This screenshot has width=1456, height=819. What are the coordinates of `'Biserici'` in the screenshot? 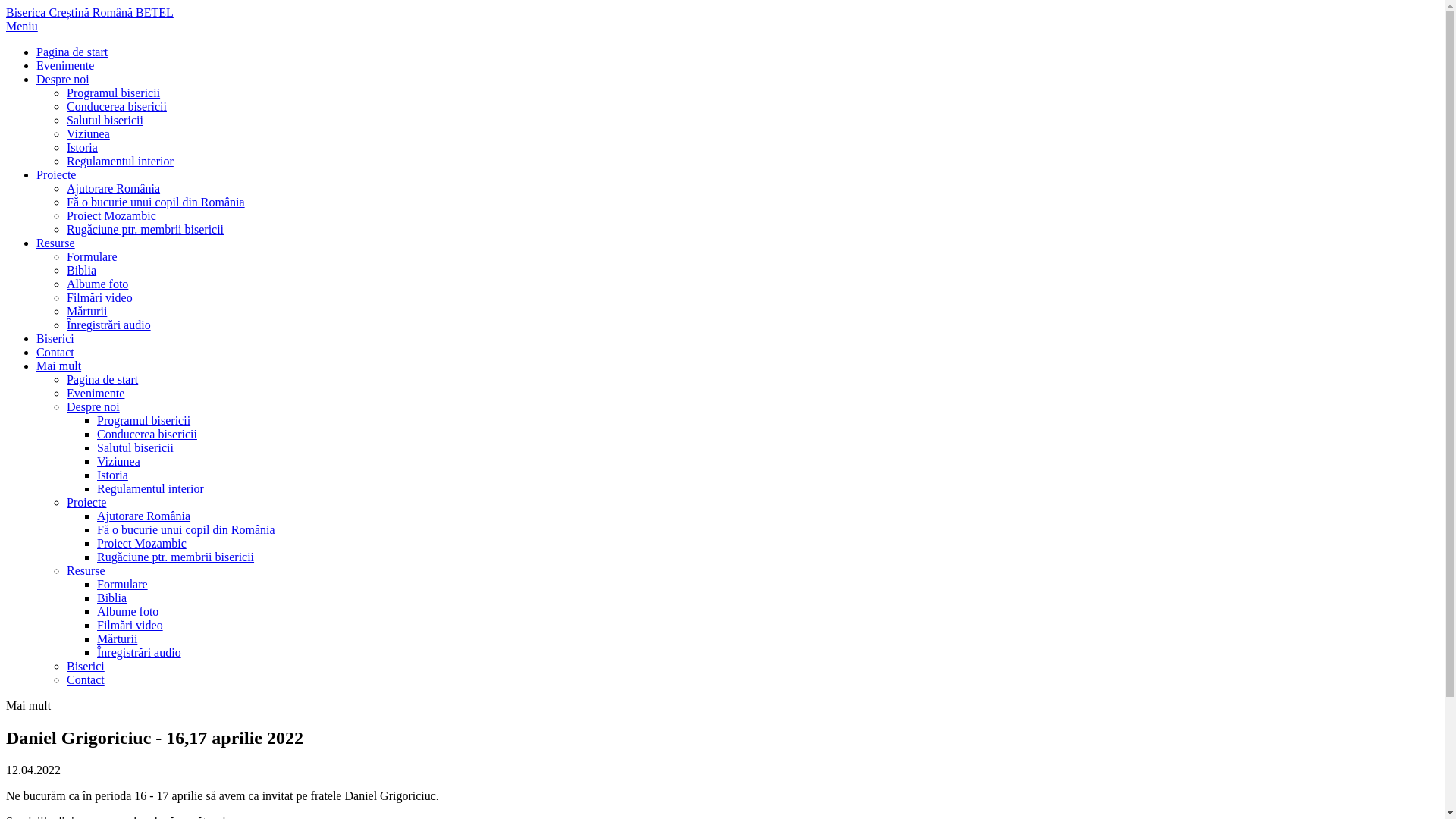 It's located at (55, 337).